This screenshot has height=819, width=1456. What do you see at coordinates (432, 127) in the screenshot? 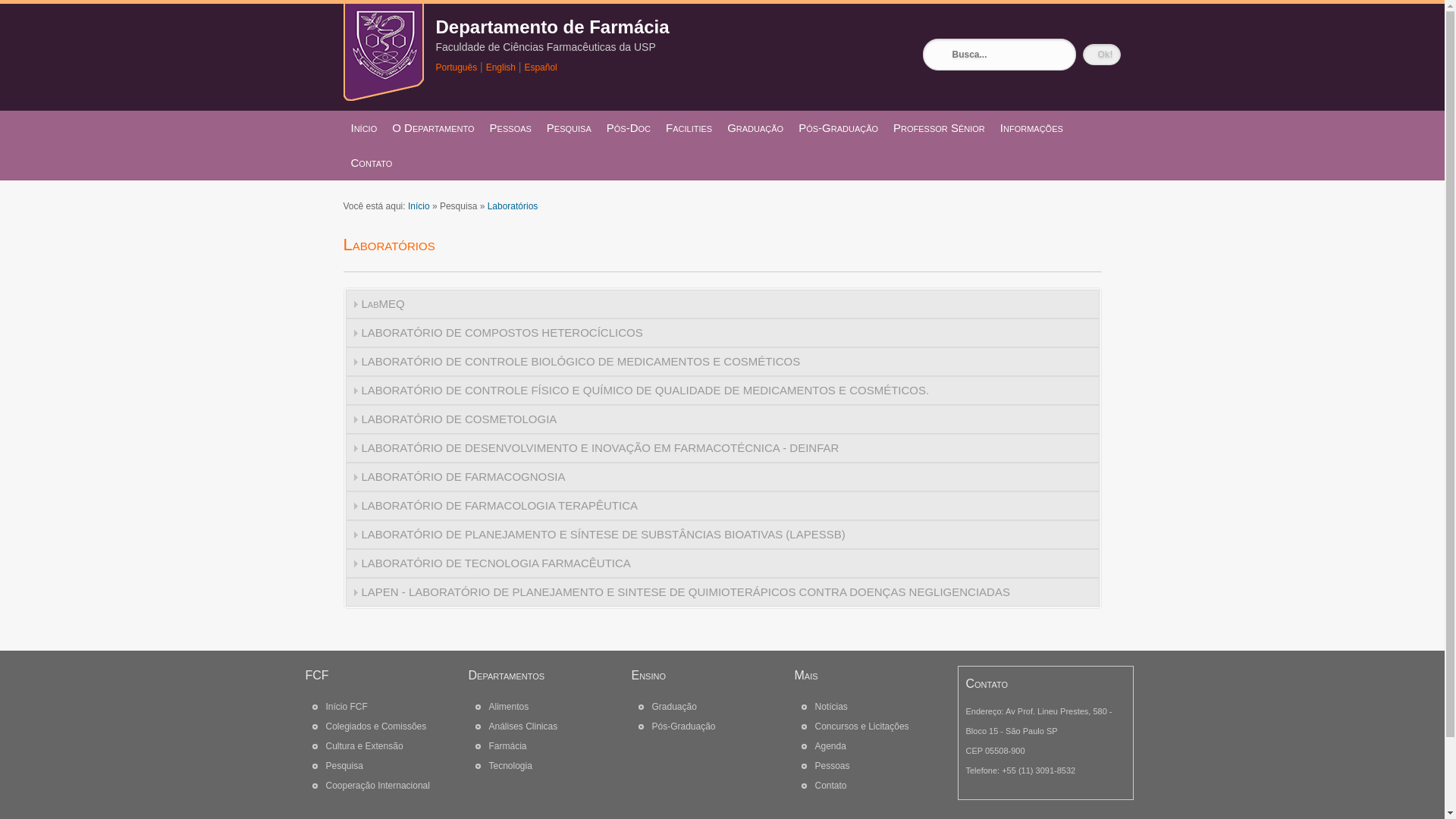
I see `'O Departamento'` at bounding box center [432, 127].